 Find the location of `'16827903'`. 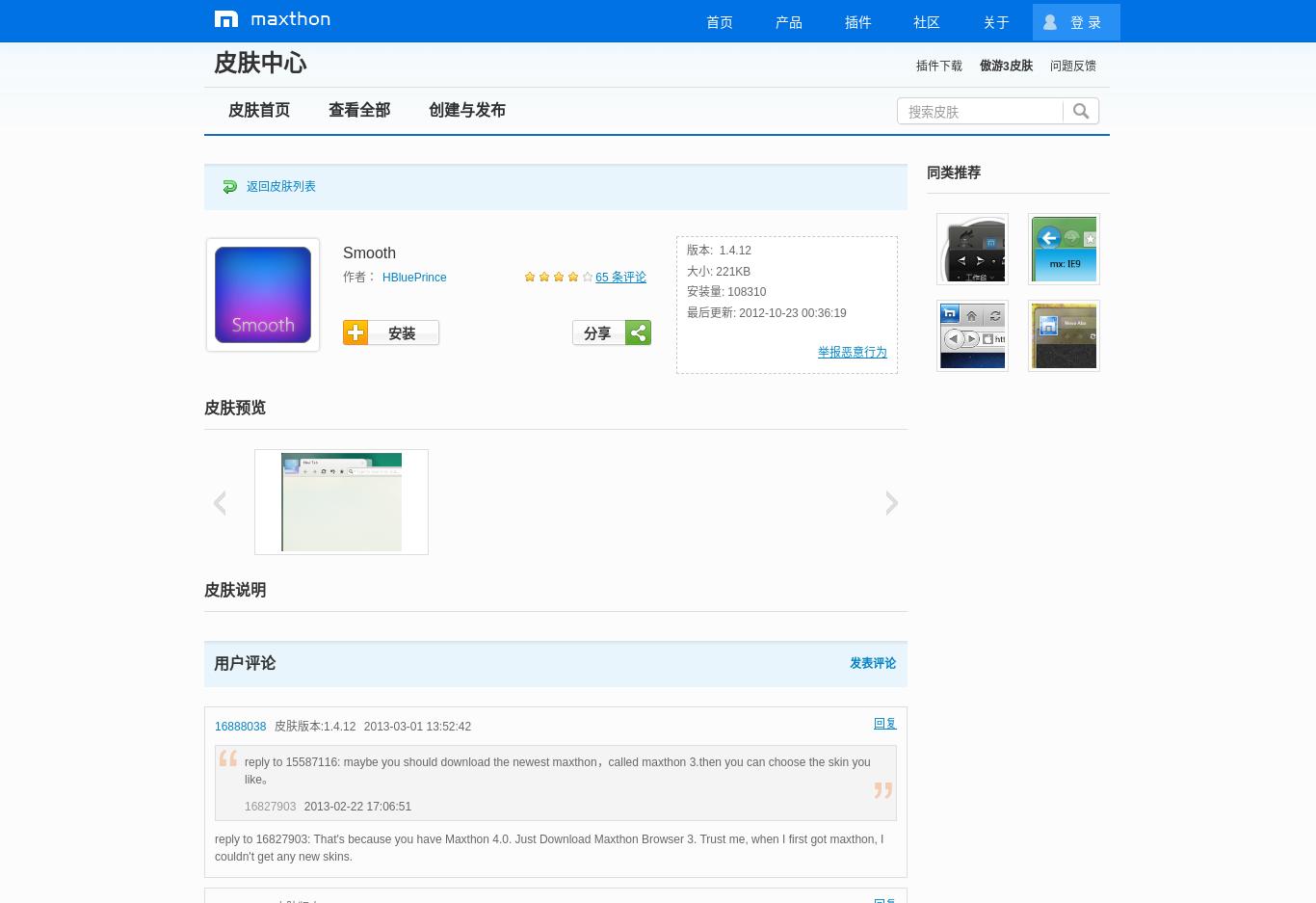

'16827903' is located at coordinates (271, 805).